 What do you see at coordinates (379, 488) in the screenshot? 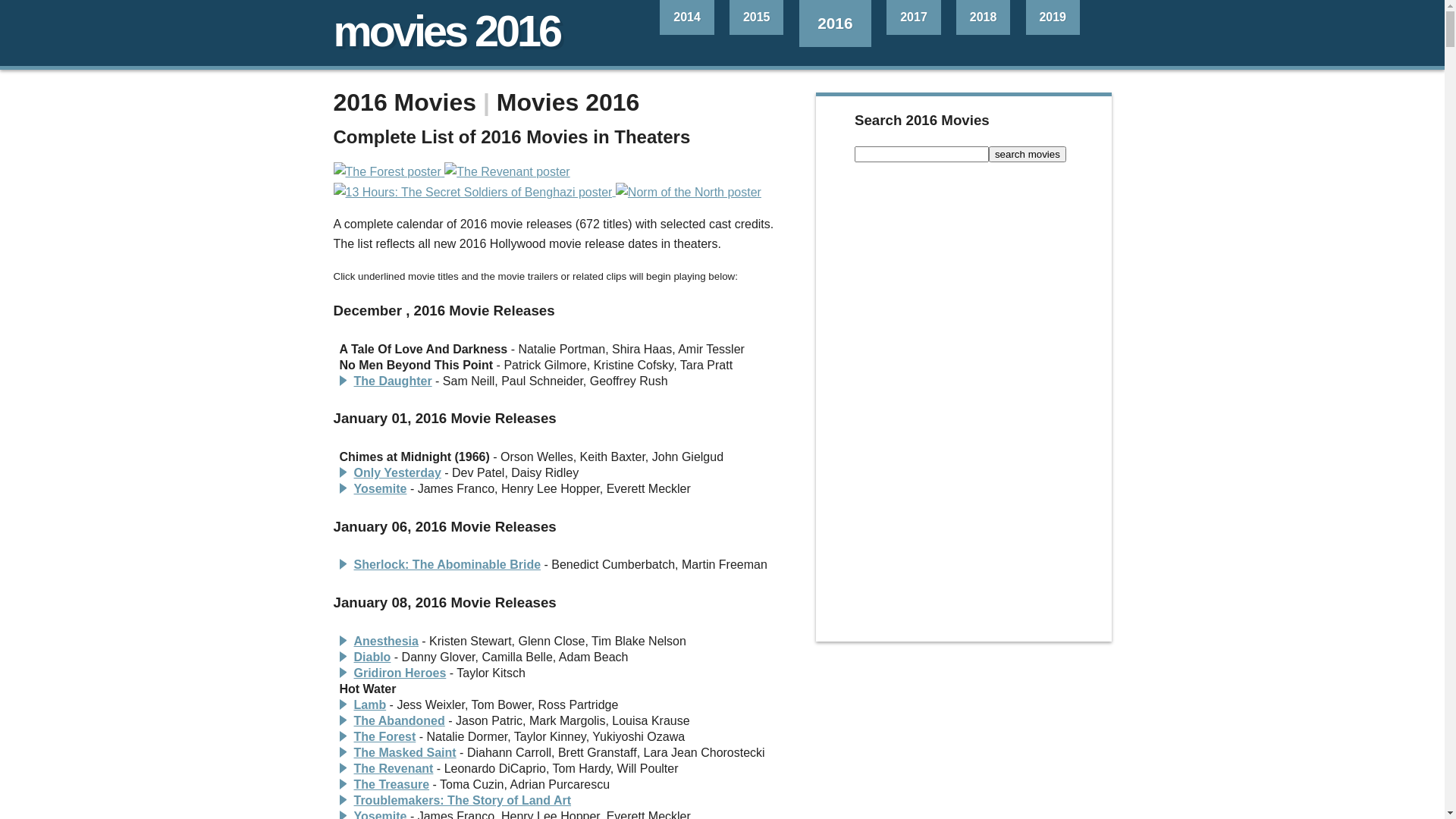
I see `'Yosemite'` at bounding box center [379, 488].